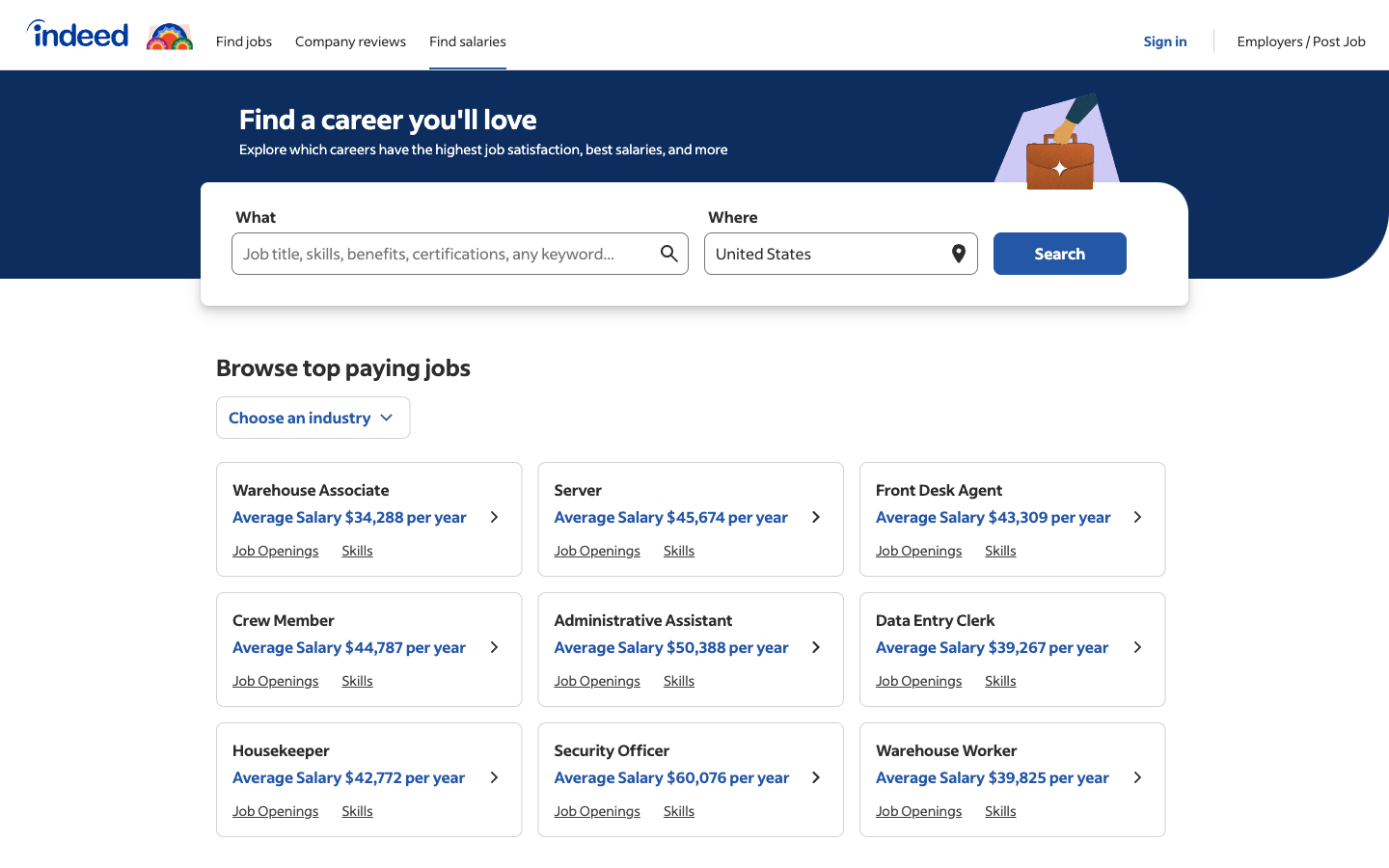 The width and height of the screenshot is (1389, 868). What do you see at coordinates (313, 417) in the screenshot?
I see `Adjust the industry category for employment opportunities` at bounding box center [313, 417].